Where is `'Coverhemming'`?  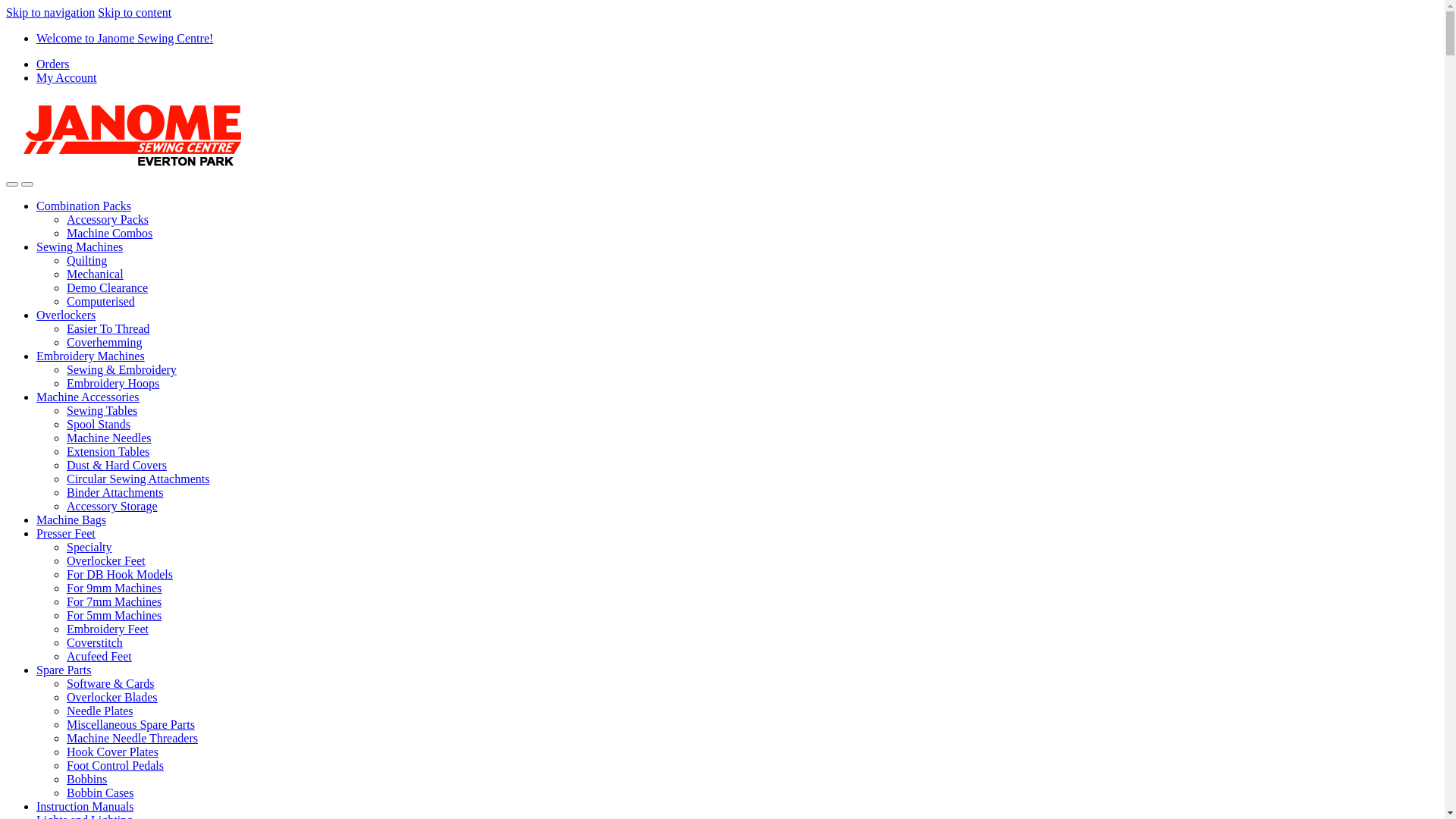
'Coverhemming' is located at coordinates (104, 342).